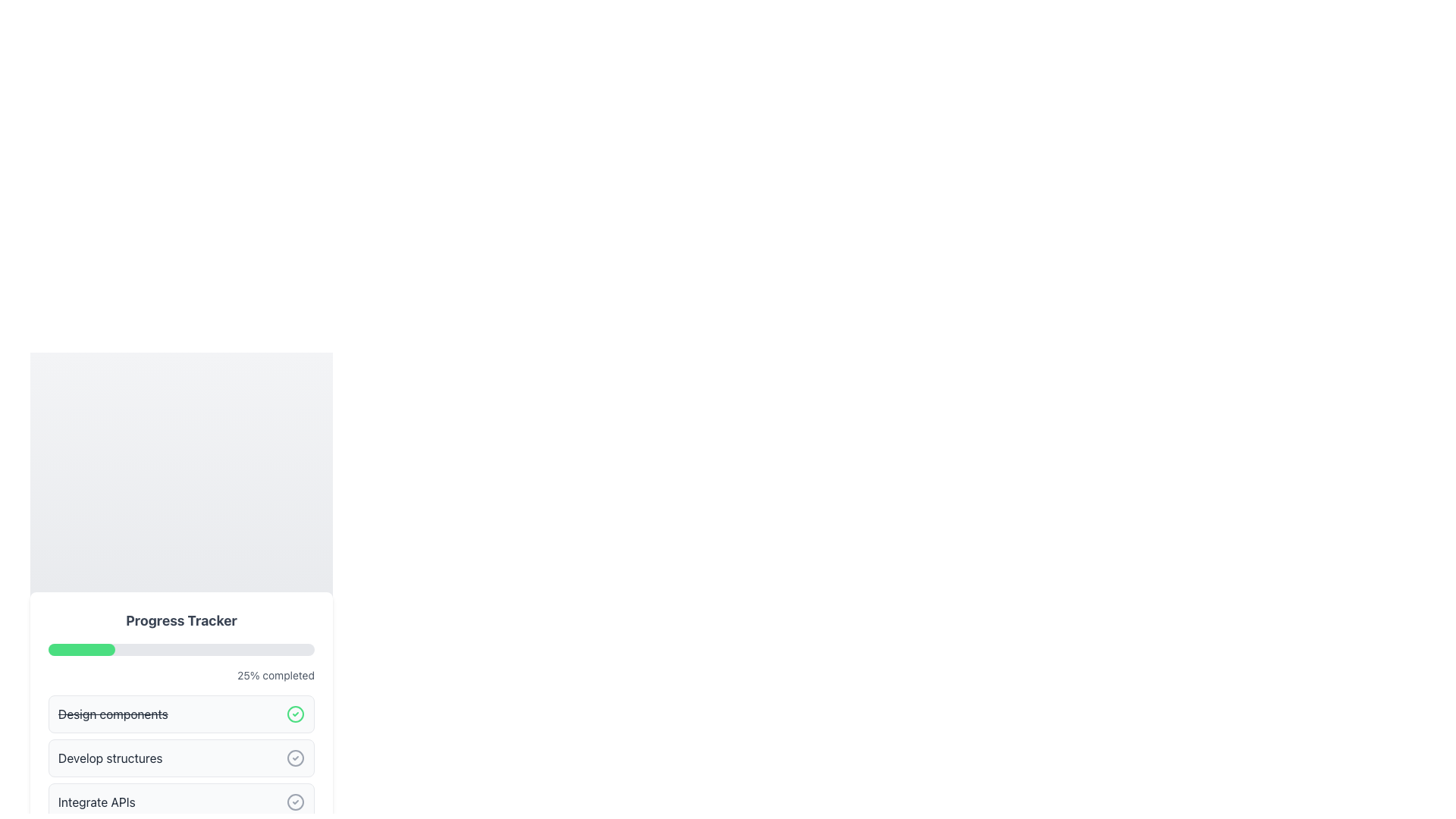  What do you see at coordinates (295, 714) in the screenshot?
I see `the SVG circle with a green outline and white interior, indicating the status of the 'Design components' task in the progress tracker section` at bounding box center [295, 714].